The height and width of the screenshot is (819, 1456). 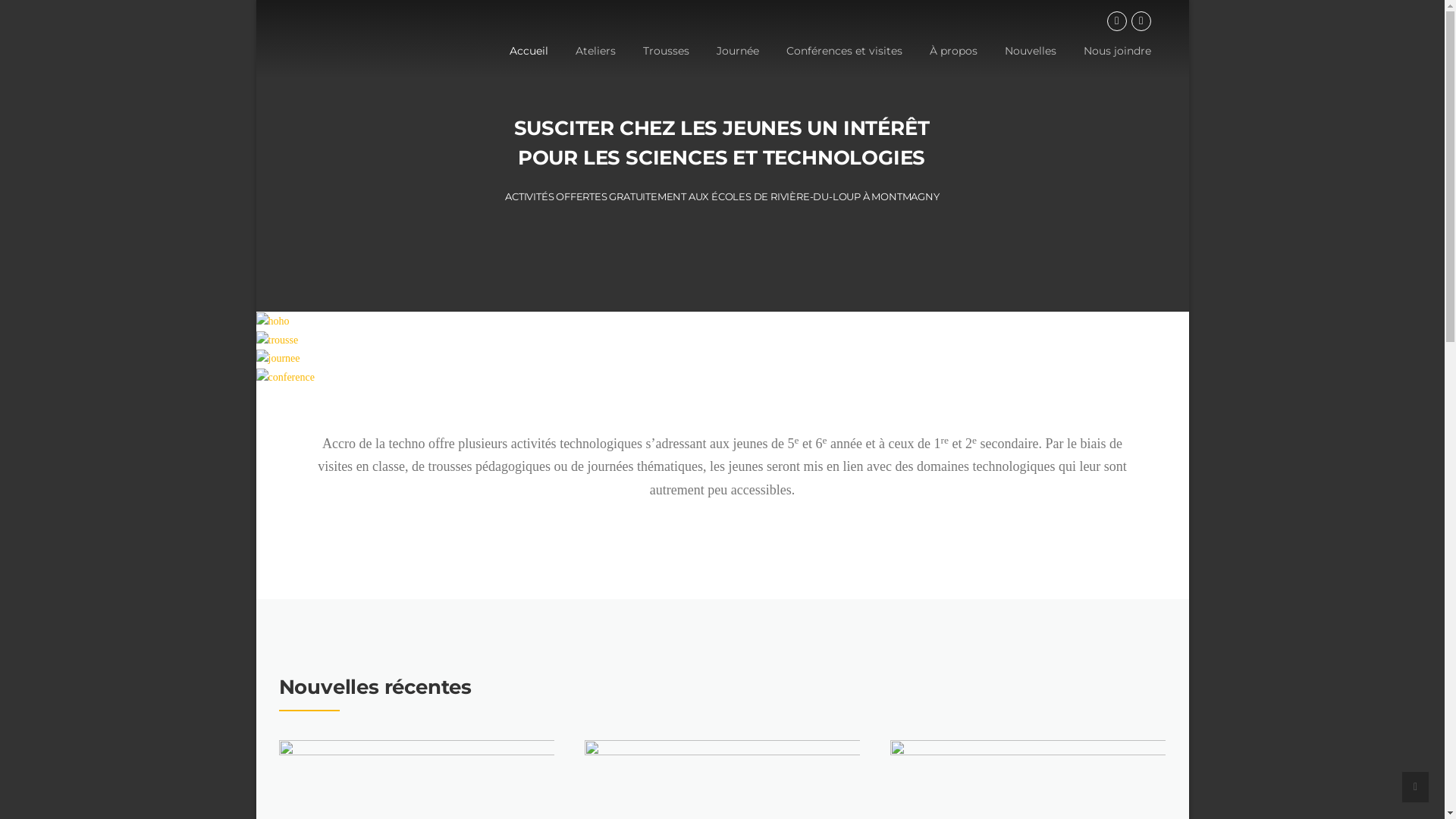 What do you see at coordinates (1141, 20) in the screenshot?
I see `'Email'` at bounding box center [1141, 20].